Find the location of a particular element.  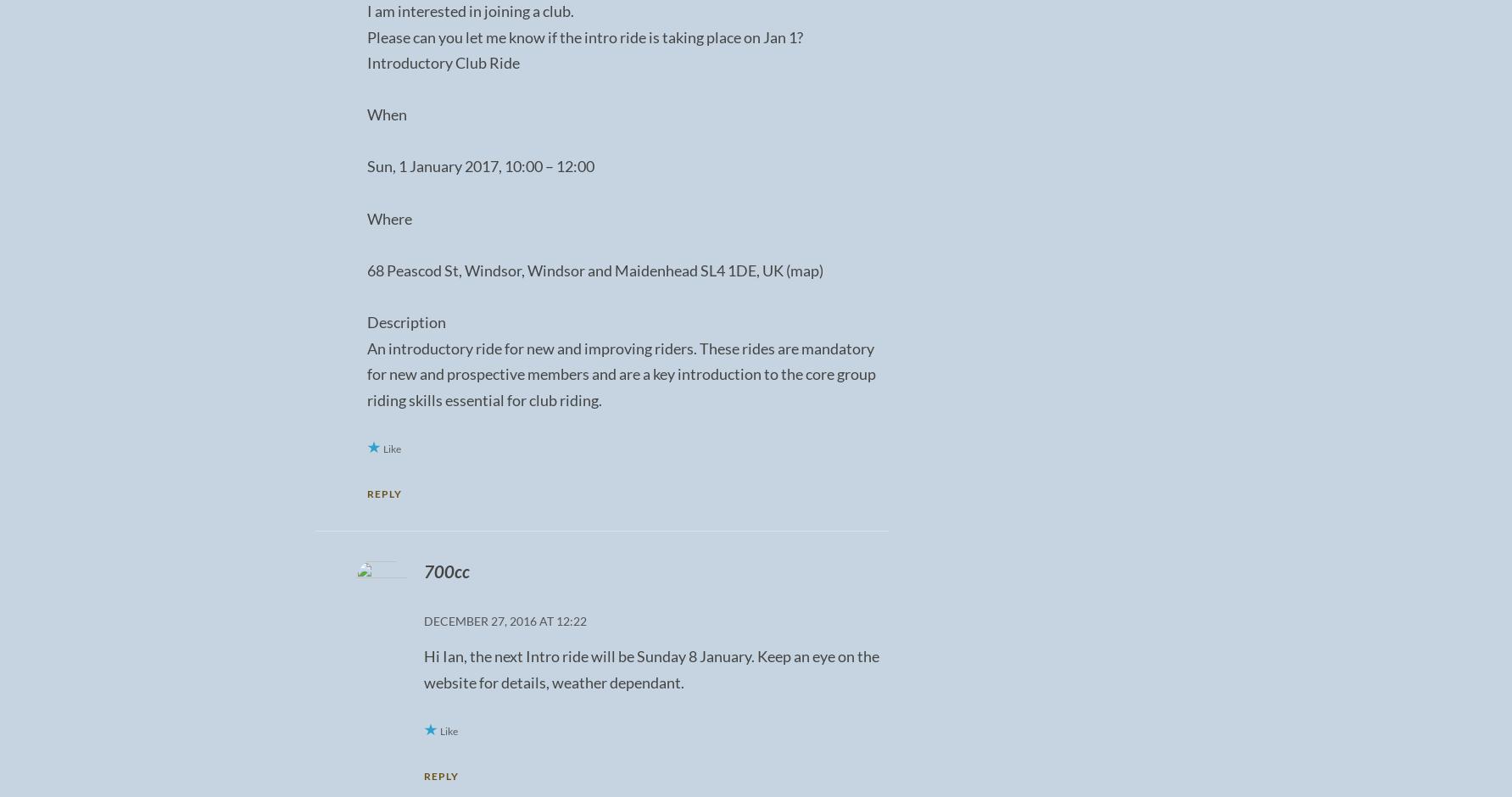

'Introductory Club Ride' is located at coordinates (442, 61).